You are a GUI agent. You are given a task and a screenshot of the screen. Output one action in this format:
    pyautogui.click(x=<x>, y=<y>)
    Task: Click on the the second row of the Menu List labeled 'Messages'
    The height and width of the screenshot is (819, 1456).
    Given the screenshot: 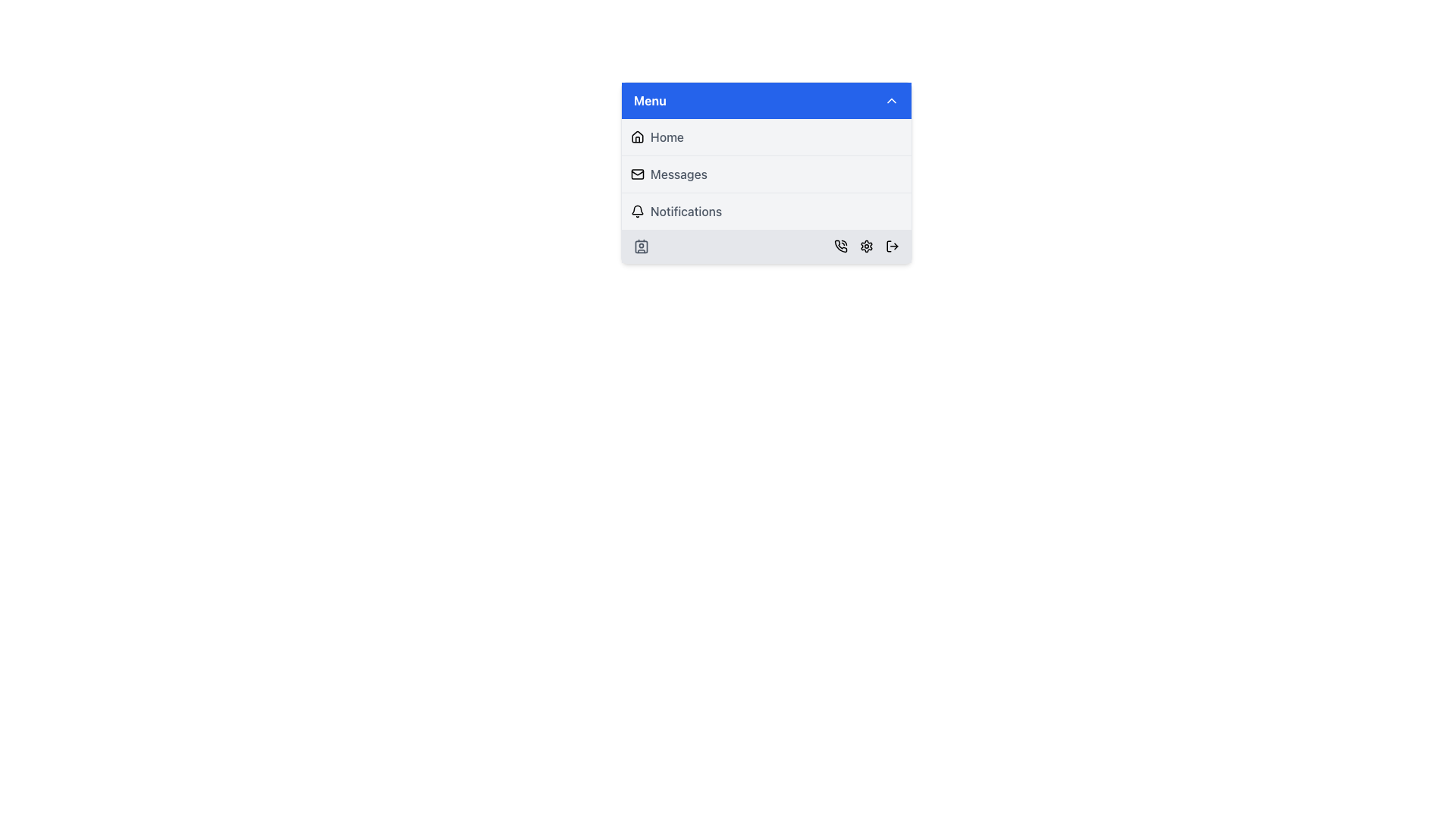 What is the action you would take?
    pyautogui.click(x=767, y=174)
    